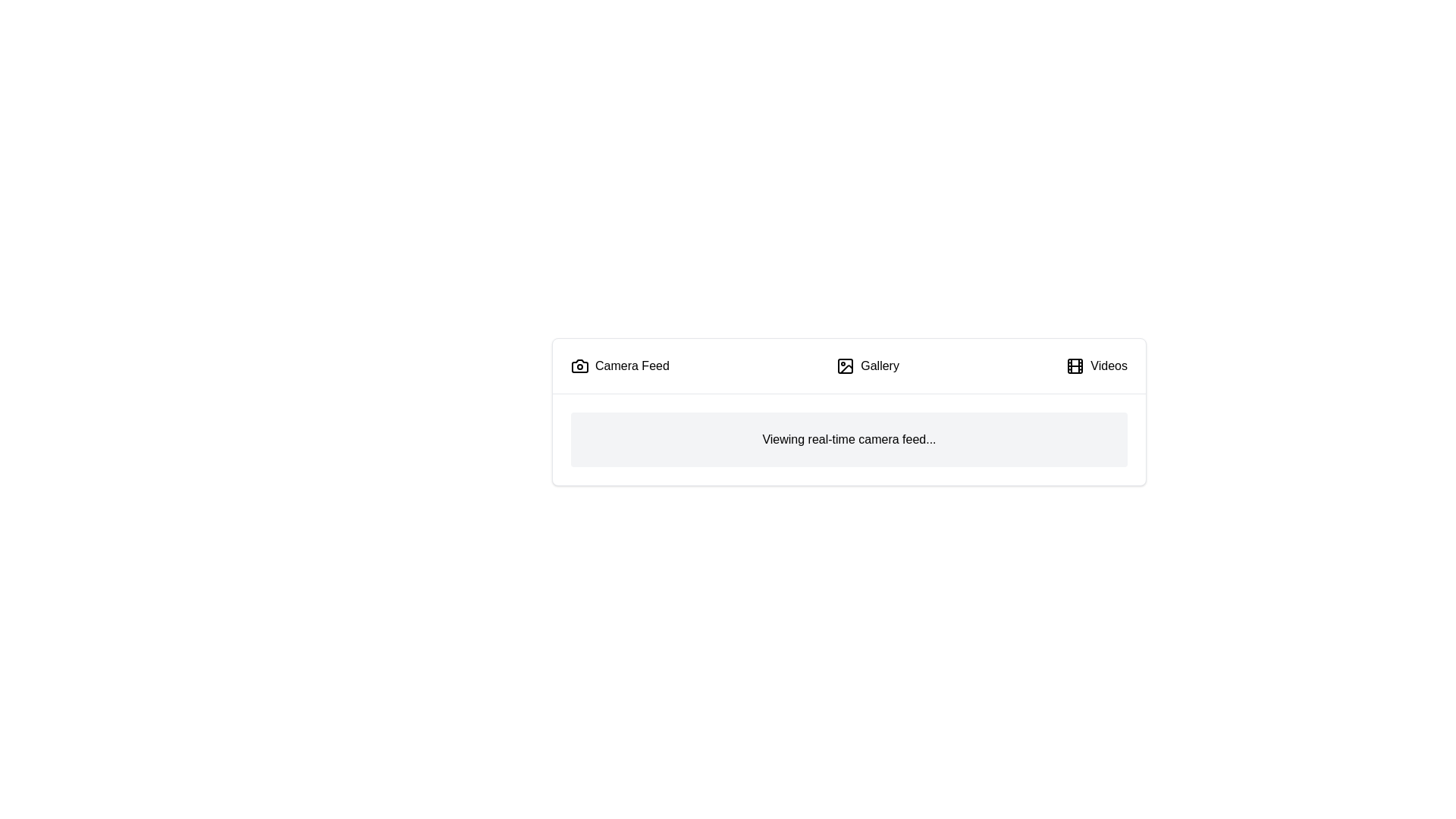 The height and width of the screenshot is (819, 1456). I want to click on the tab labeled Gallery to observe its hover effect, so click(868, 366).